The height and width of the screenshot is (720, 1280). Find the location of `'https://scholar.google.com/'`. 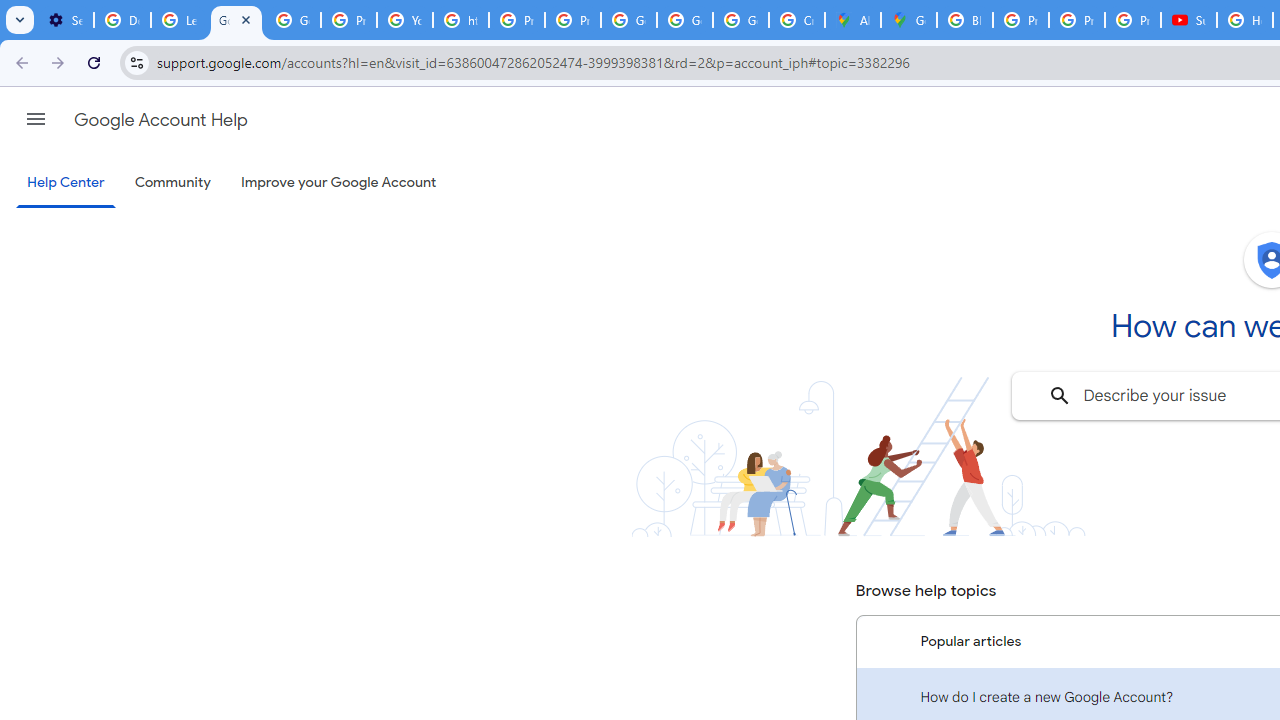

'https://scholar.google.com/' is located at coordinates (459, 20).